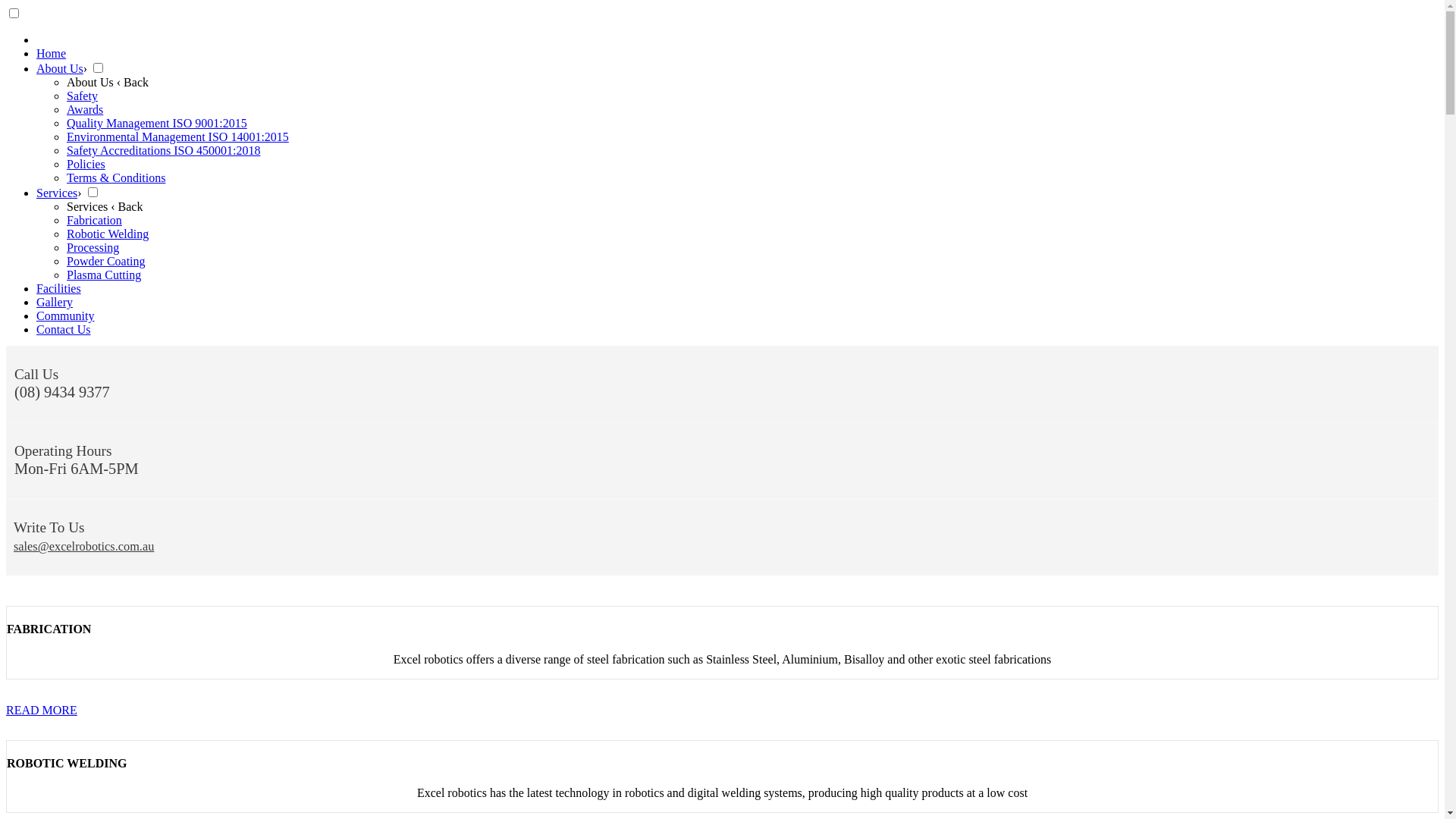 The image size is (1456, 819). What do you see at coordinates (85, 164) in the screenshot?
I see `'Policies'` at bounding box center [85, 164].